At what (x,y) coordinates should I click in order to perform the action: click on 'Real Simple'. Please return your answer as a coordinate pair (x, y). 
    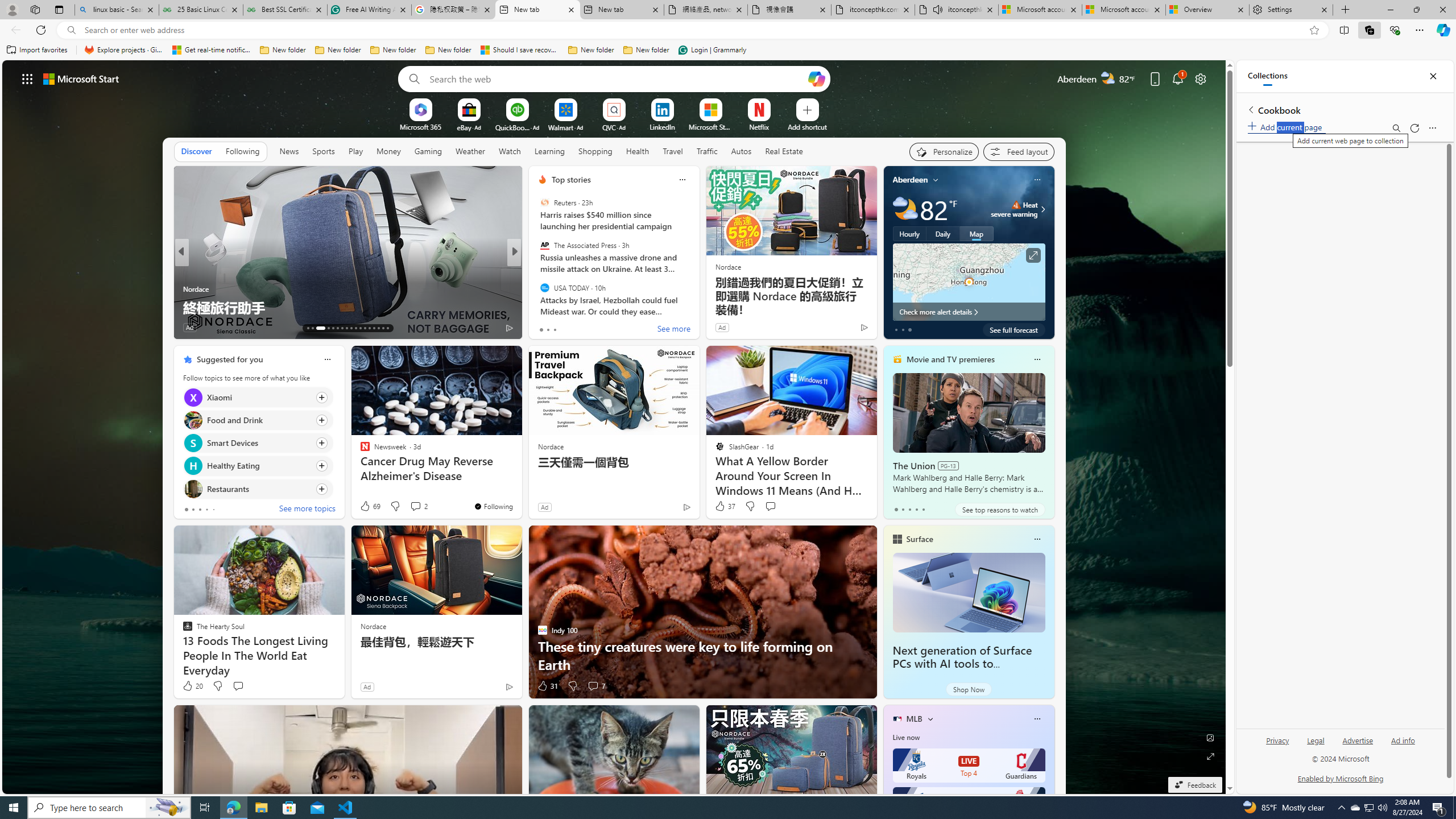
    Looking at the image, I should click on (537, 288).